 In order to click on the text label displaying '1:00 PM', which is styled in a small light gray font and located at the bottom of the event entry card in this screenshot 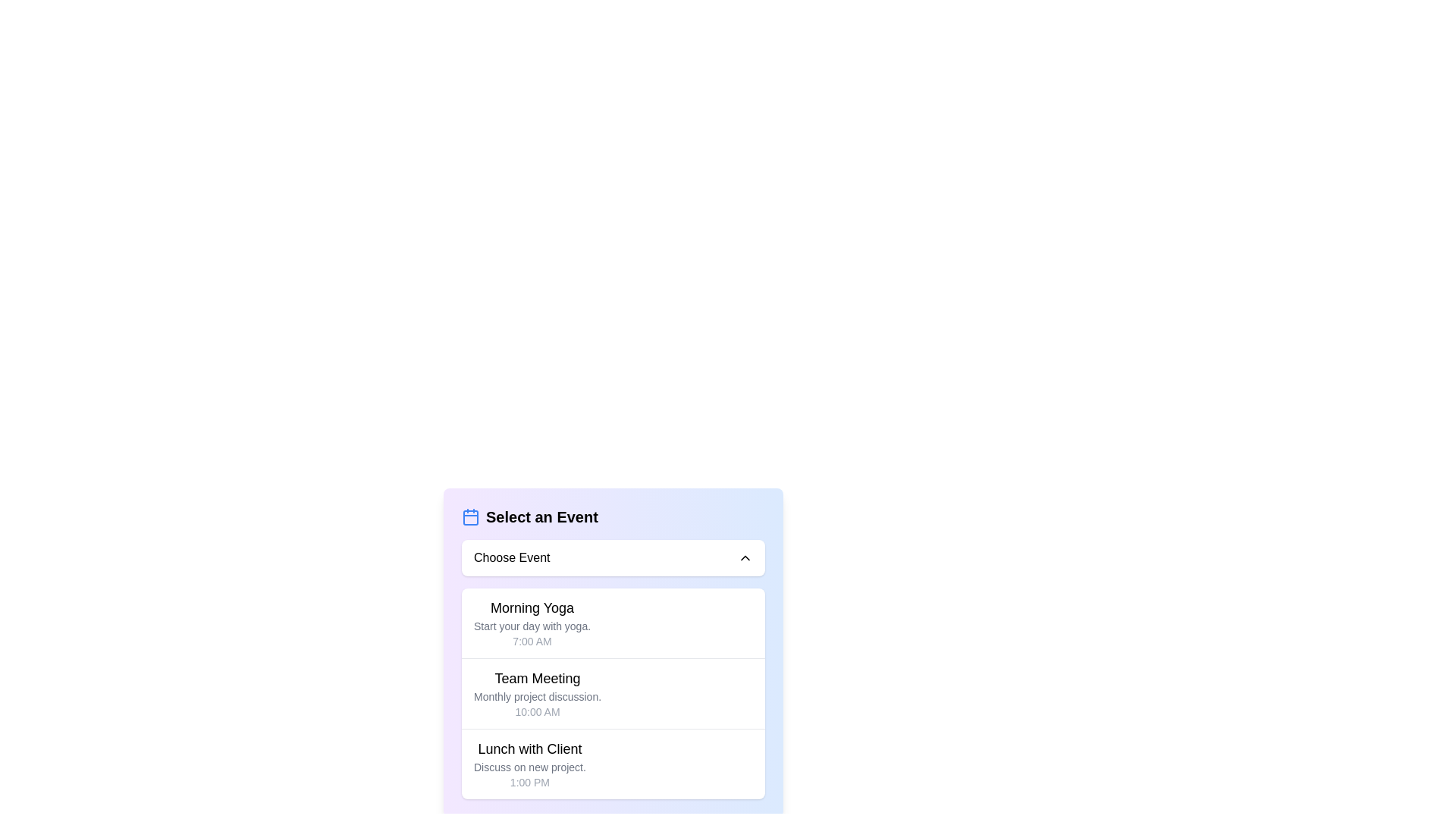, I will do `click(529, 783)`.